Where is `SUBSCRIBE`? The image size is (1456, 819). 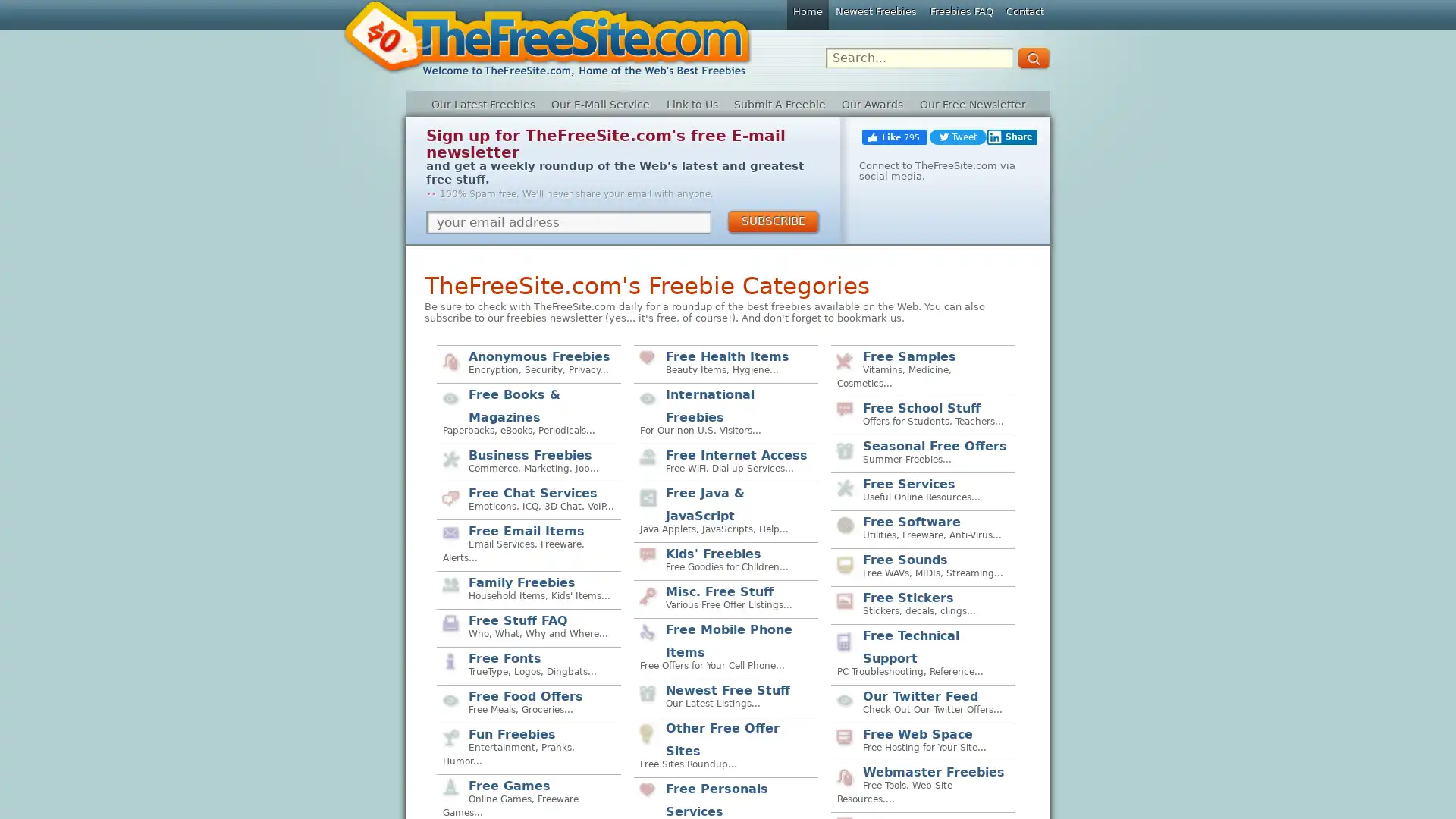
SUBSCRIBE is located at coordinates (773, 221).